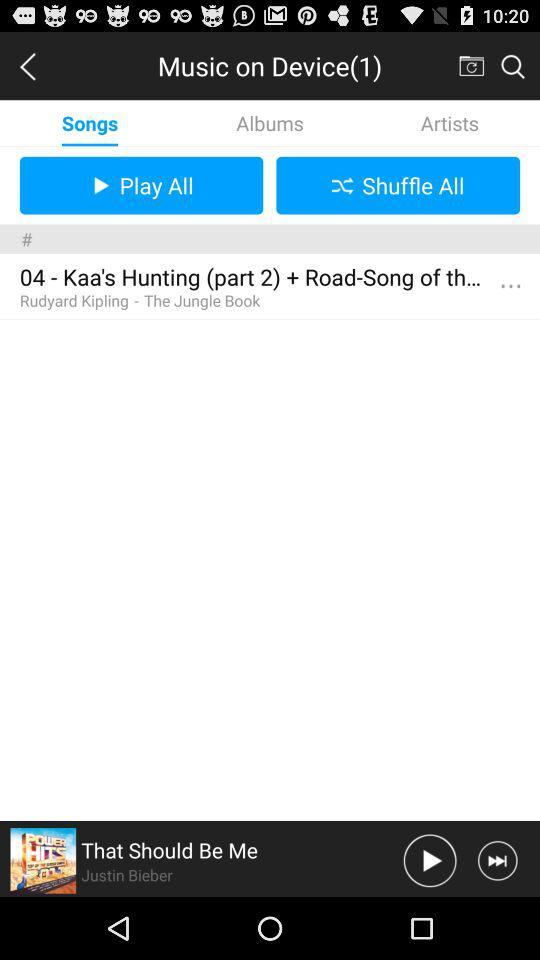  Describe the element at coordinates (496, 921) in the screenshot. I see `the skip_next icon` at that location.